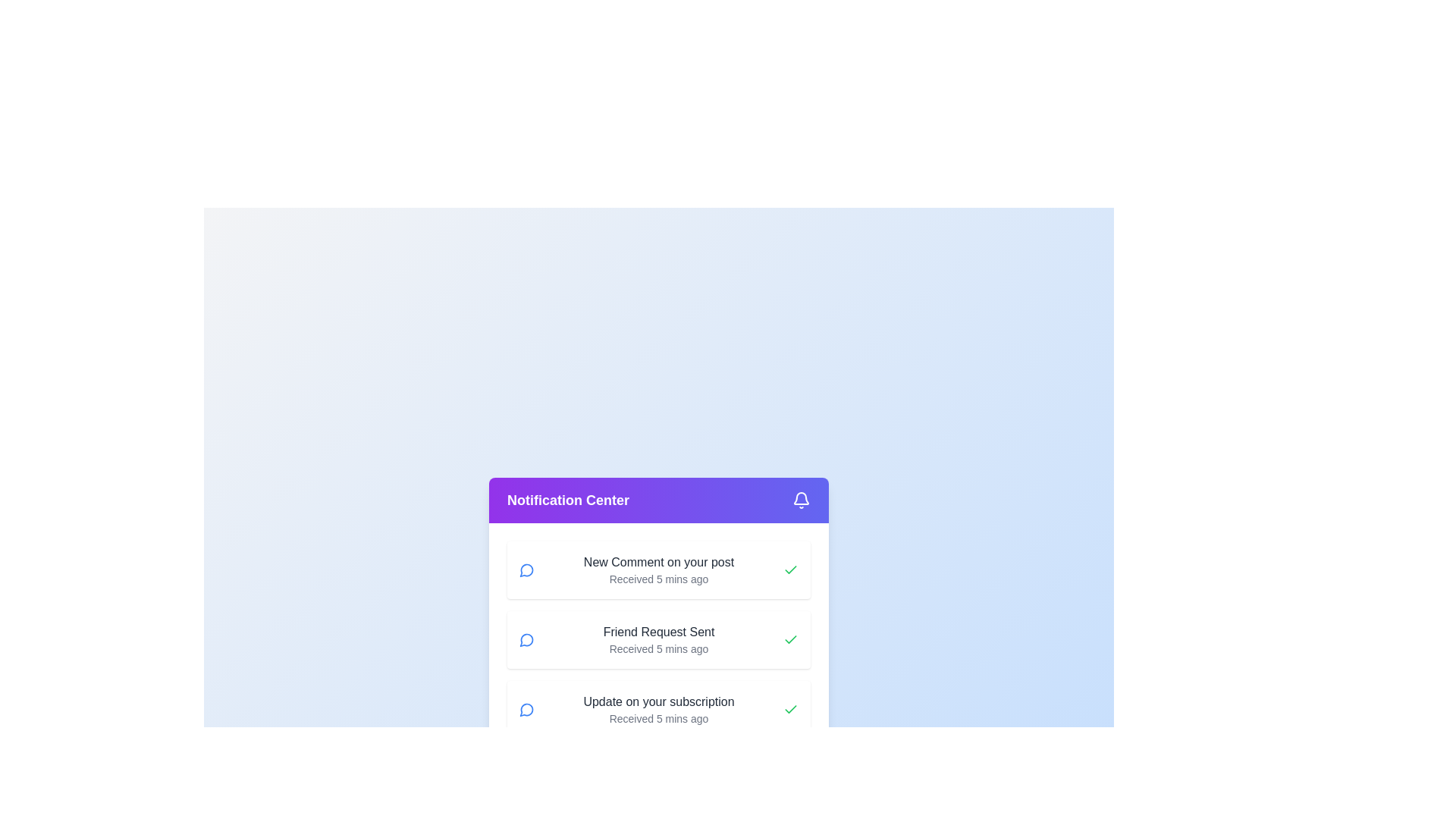 This screenshot has width=1456, height=819. I want to click on the checkmark icon on the second notification item in the Notification Center to confirm the friend request action, so click(658, 640).